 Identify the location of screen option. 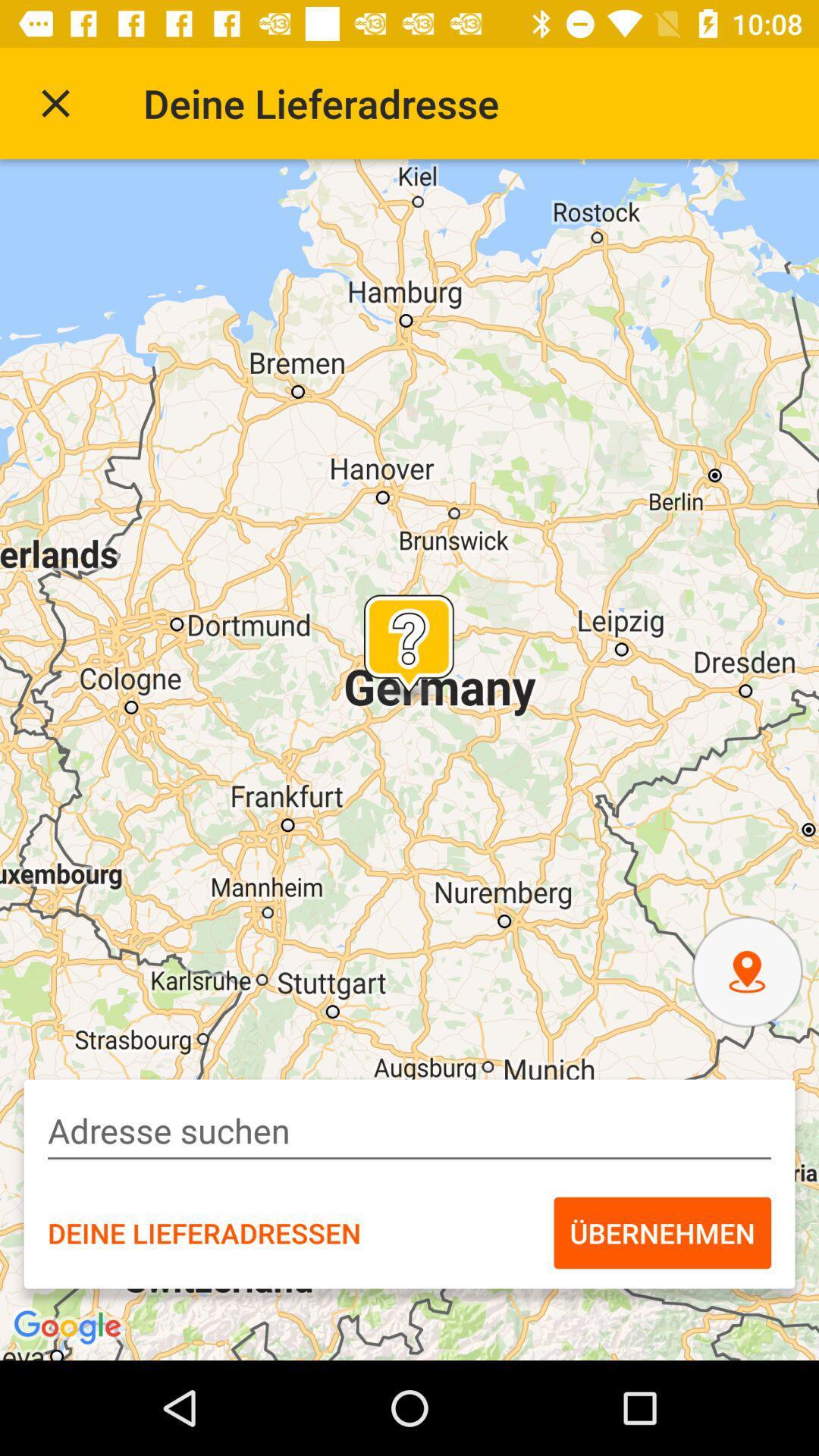
(55, 102).